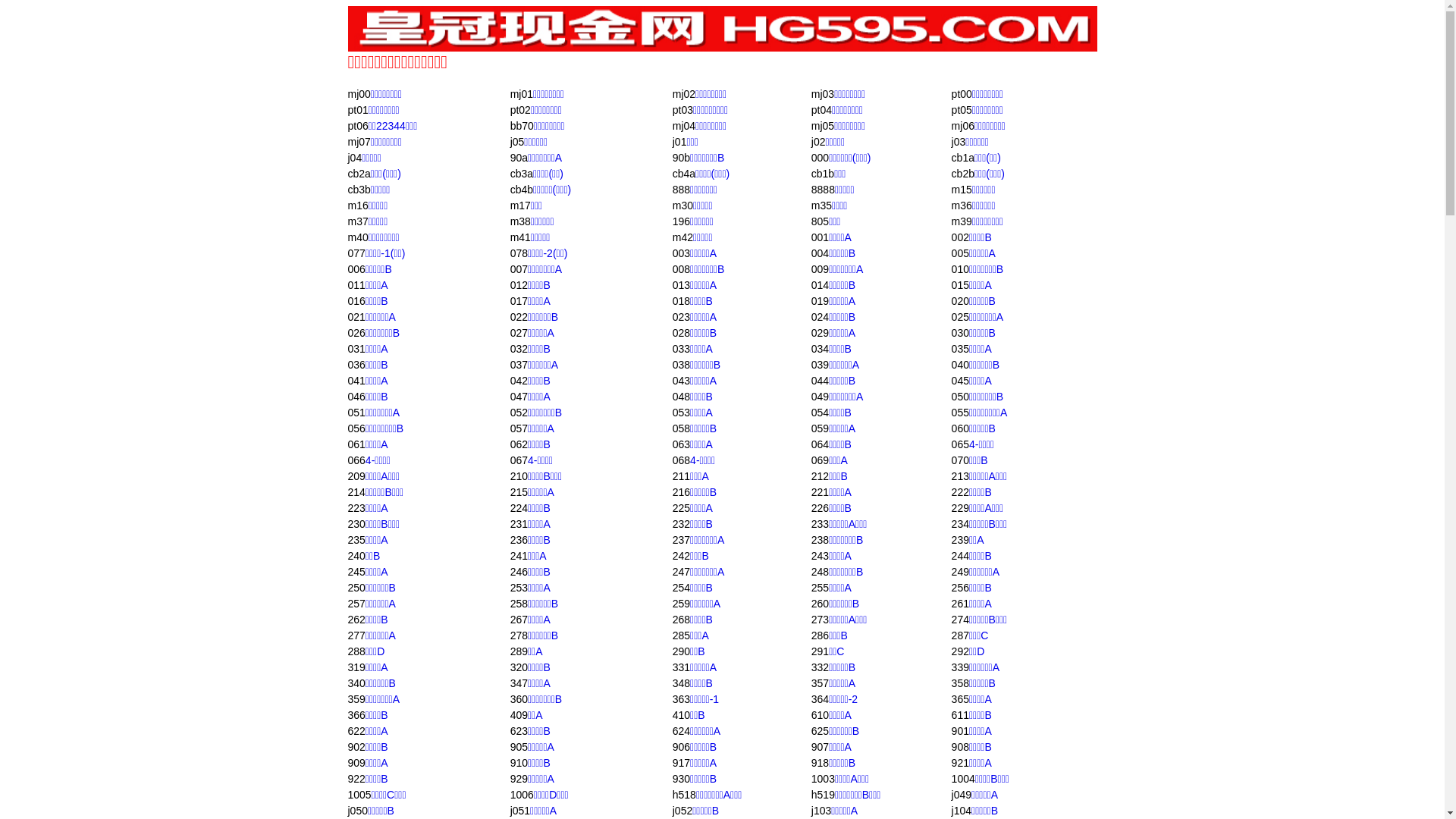  What do you see at coordinates (356, 124) in the screenshot?
I see `'pt06'` at bounding box center [356, 124].